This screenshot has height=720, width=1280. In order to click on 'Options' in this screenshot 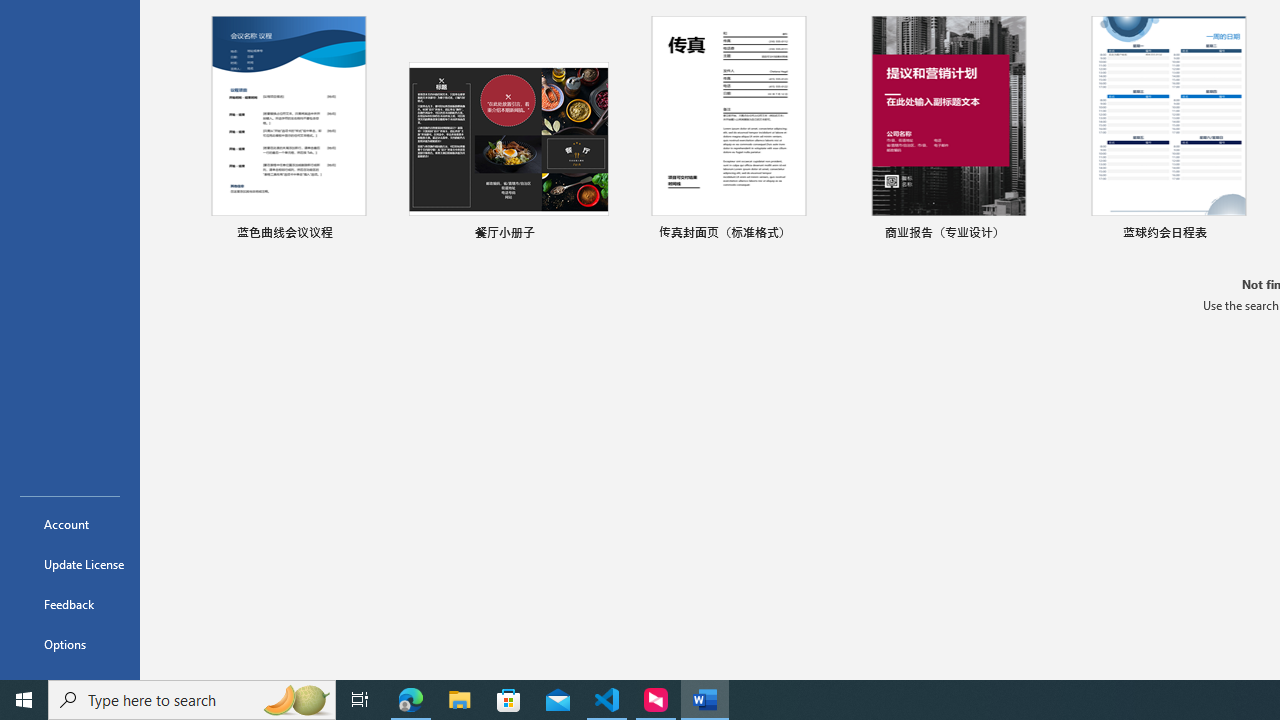, I will do `click(69, 644)`.